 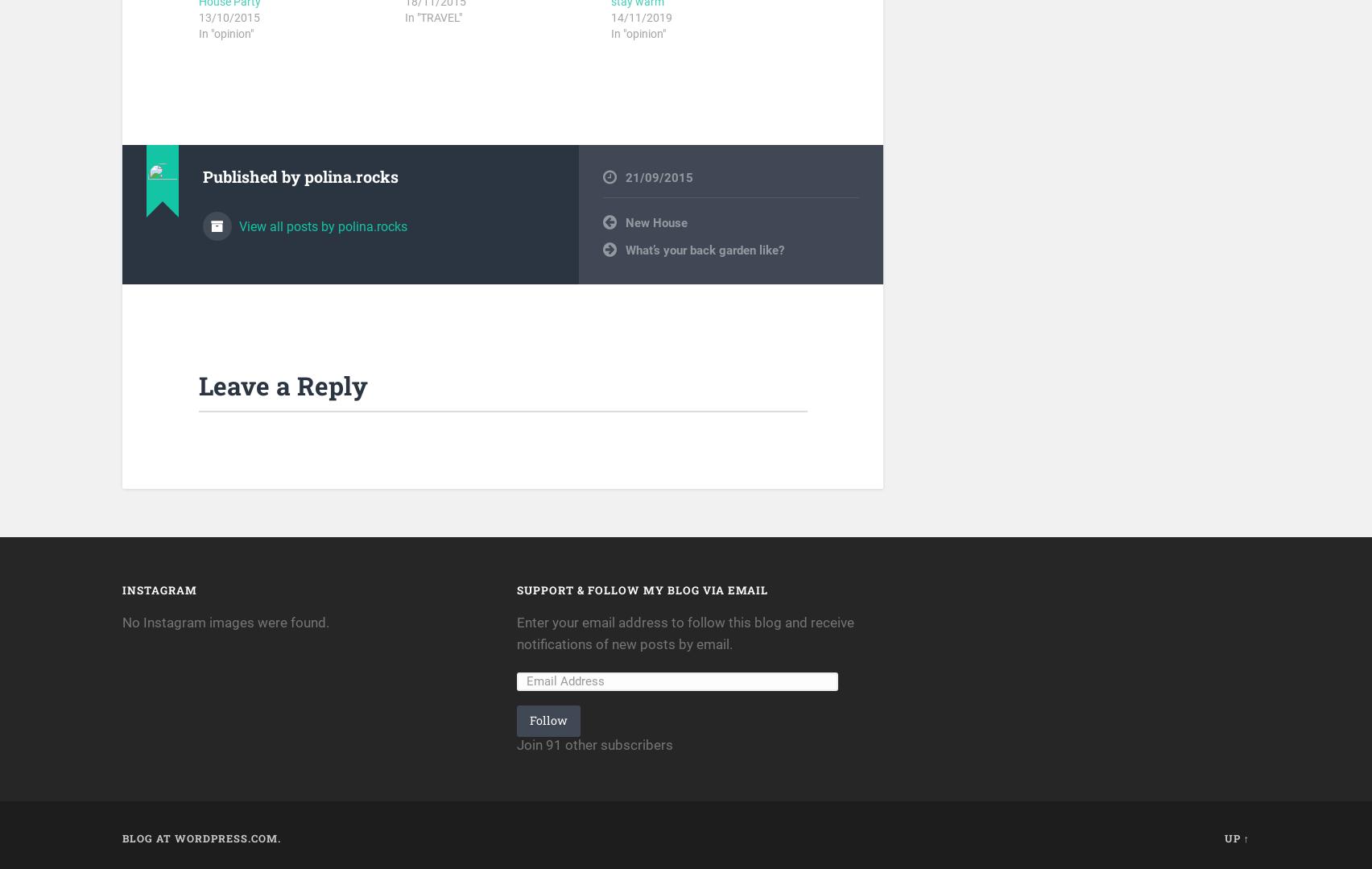 What do you see at coordinates (516, 633) in the screenshot?
I see `'Enter your email address to follow this blog and receive notifications of new posts by email.'` at bounding box center [516, 633].